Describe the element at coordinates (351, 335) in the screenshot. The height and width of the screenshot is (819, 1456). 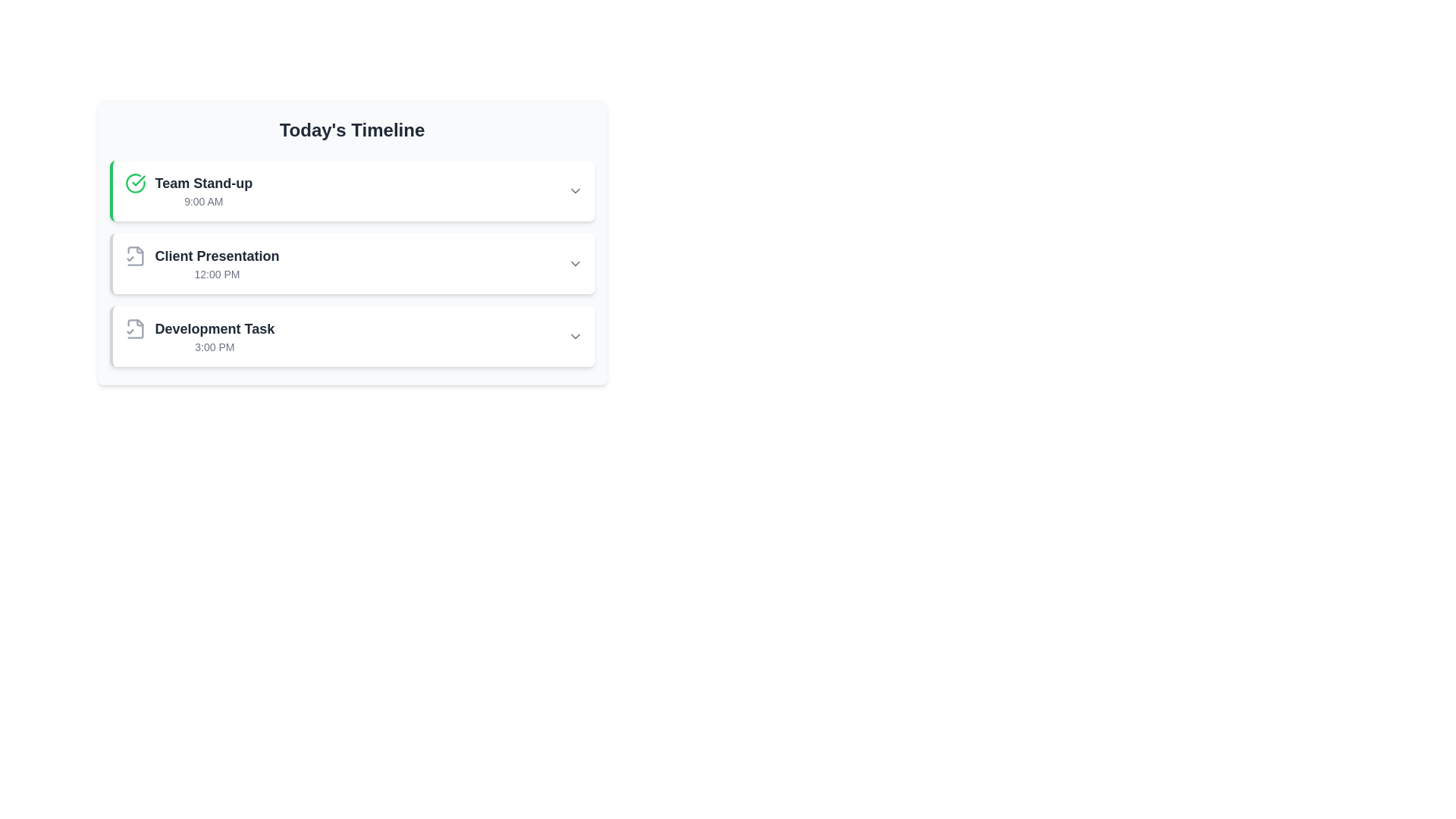
I see `the third item in the vertical list labeled 'Today's Timeline'` at that location.